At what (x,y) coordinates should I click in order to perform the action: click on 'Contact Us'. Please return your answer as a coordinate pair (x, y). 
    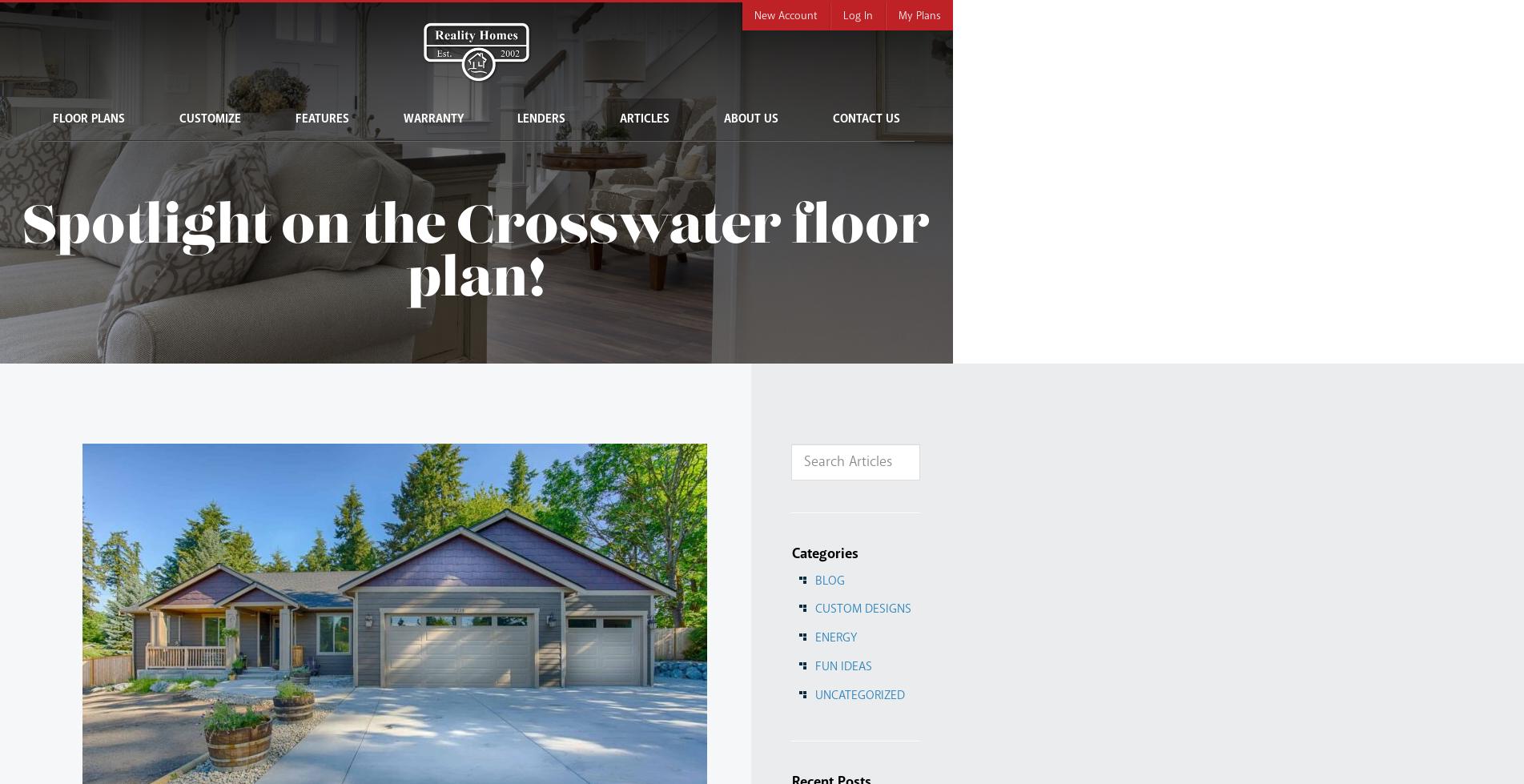
    Looking at the image, I should click on (866, 119).